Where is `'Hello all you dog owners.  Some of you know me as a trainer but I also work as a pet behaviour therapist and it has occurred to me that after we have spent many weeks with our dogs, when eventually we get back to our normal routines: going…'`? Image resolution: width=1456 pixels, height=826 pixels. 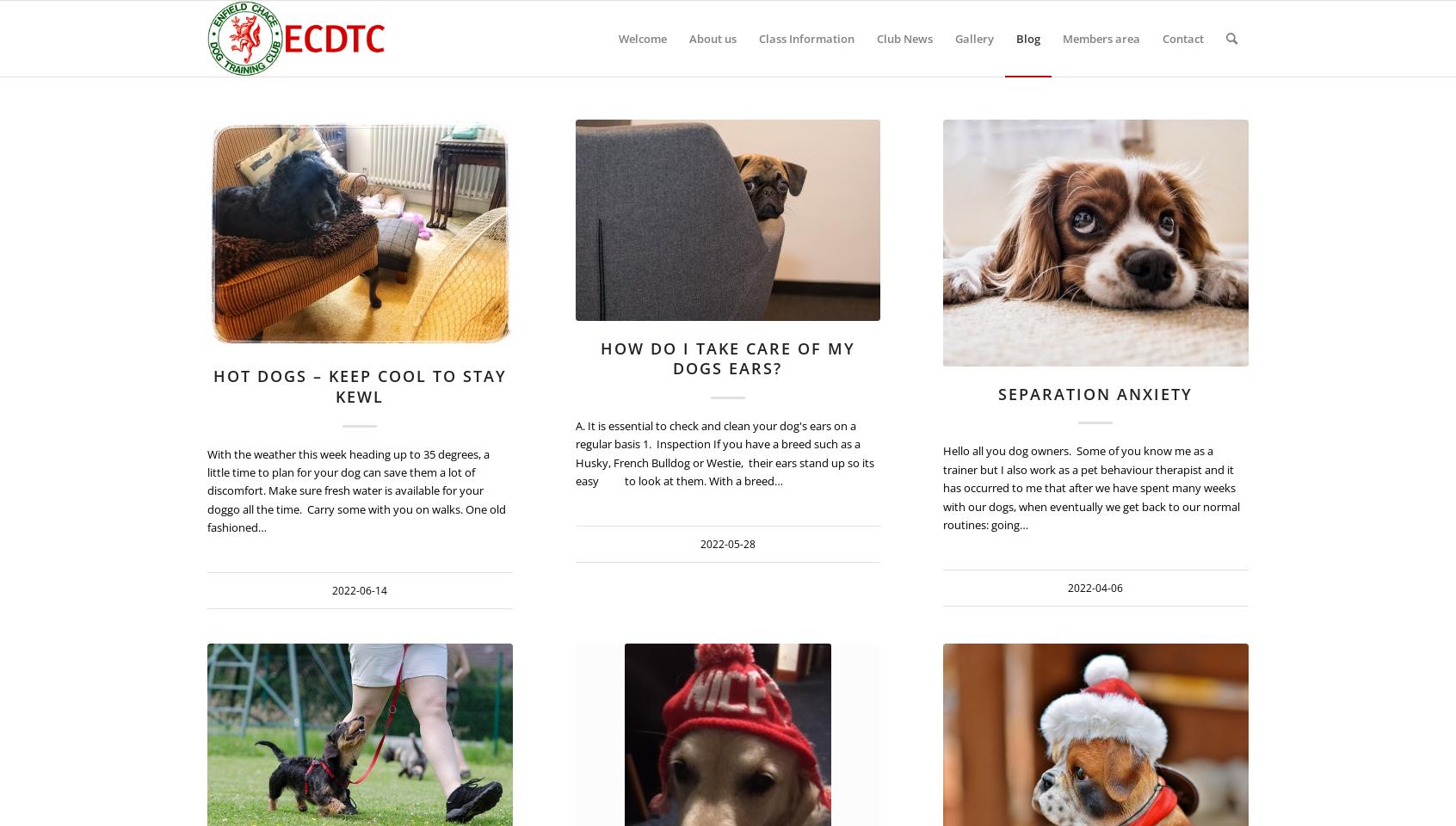
'Hello all you dog owners.  Some of you know me as a trainer but I also work as a pet behaviour therapist and it has occurred to me that after we have spent many weeks with our dogs, when eventually we get back to our normal routines: going…' is located at coordinates (1091, 487).